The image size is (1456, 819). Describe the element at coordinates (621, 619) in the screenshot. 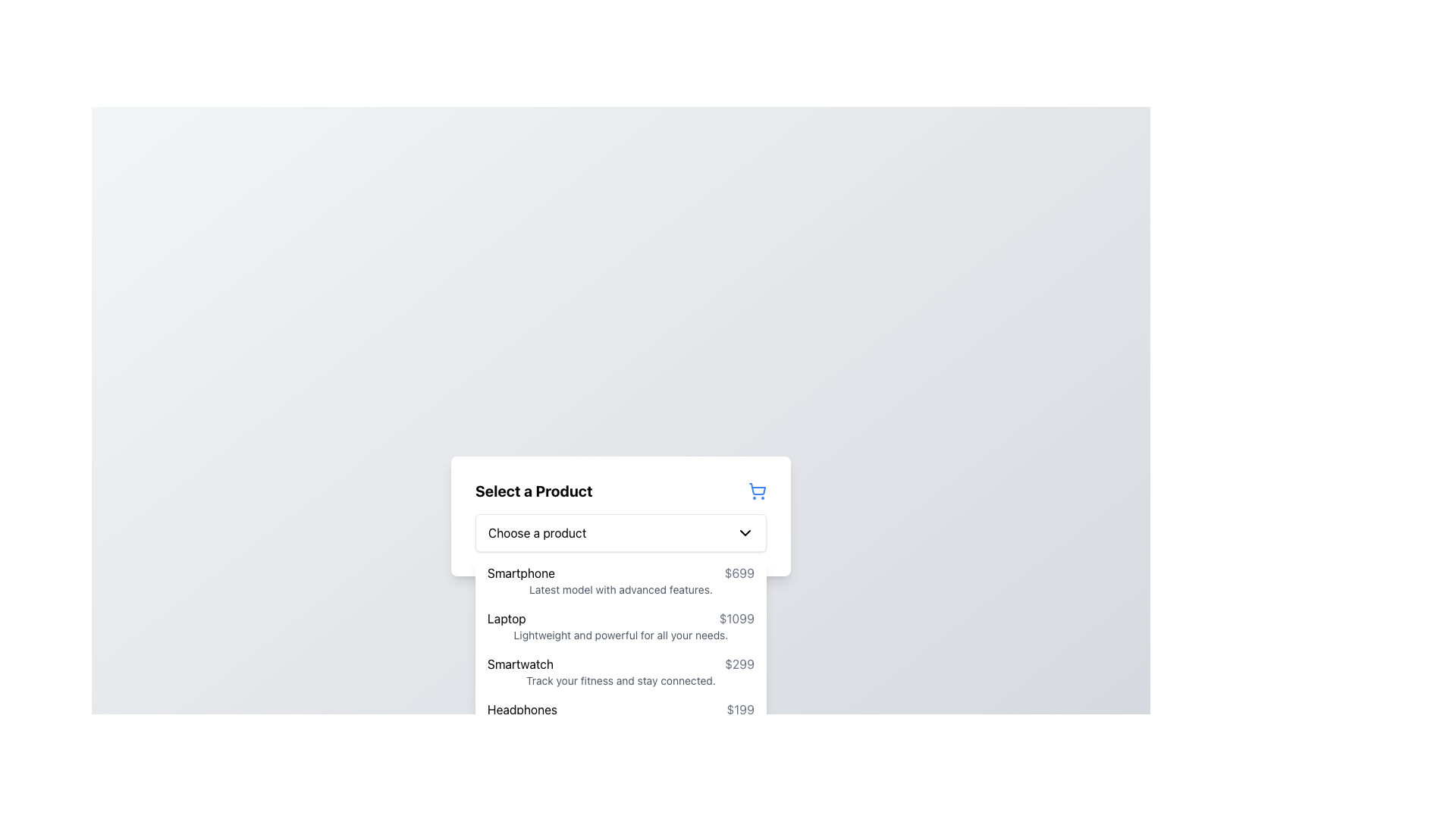

I see `the contents of the Text Display that shows the name and price of the 'Laptop' product, located within the dropdown menu between 'Smartphone' and 'Smartwatch'` at that location.